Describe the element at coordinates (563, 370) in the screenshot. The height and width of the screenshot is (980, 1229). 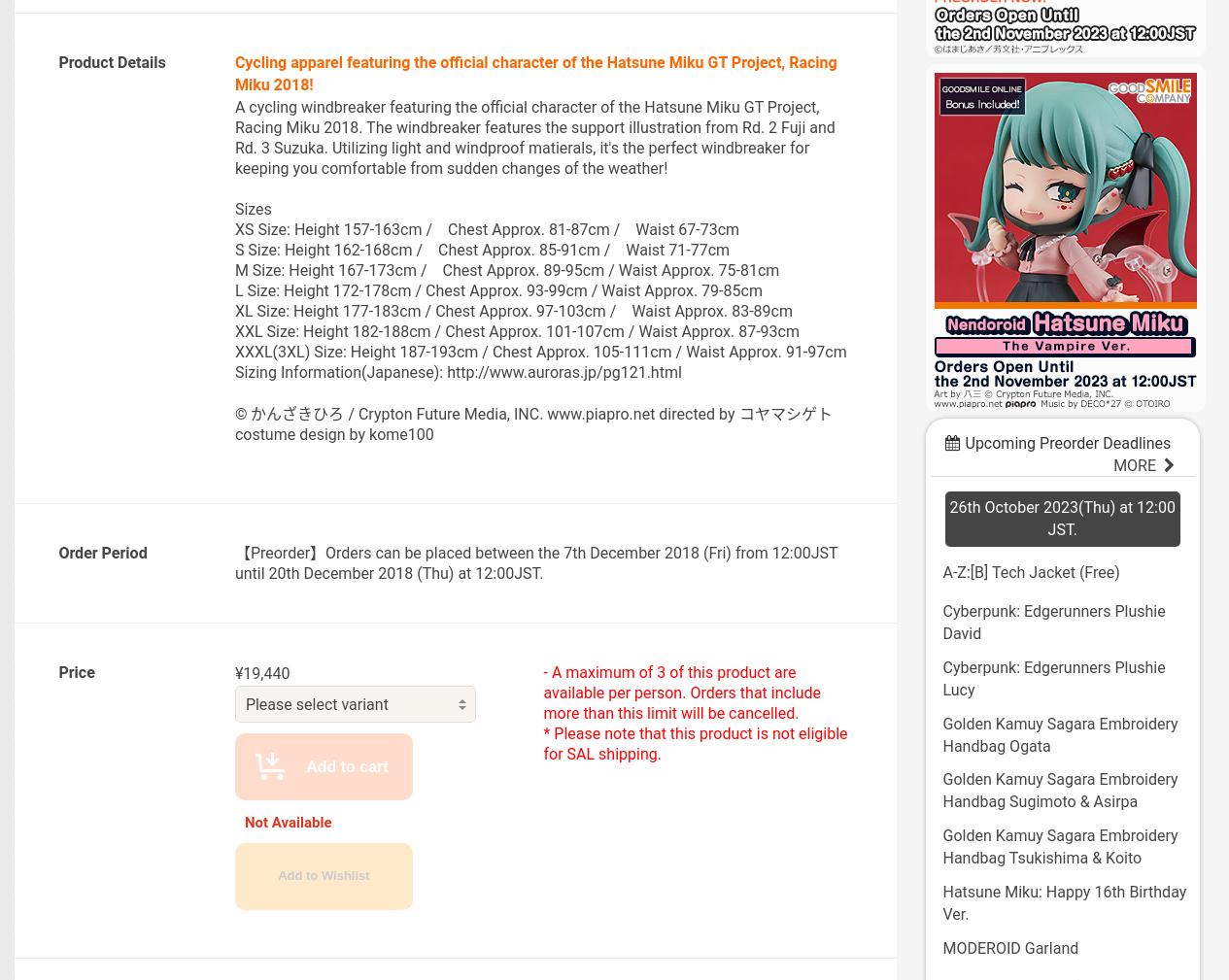
I see `'http://www.auroras.jp/pg121.html'` at that location.